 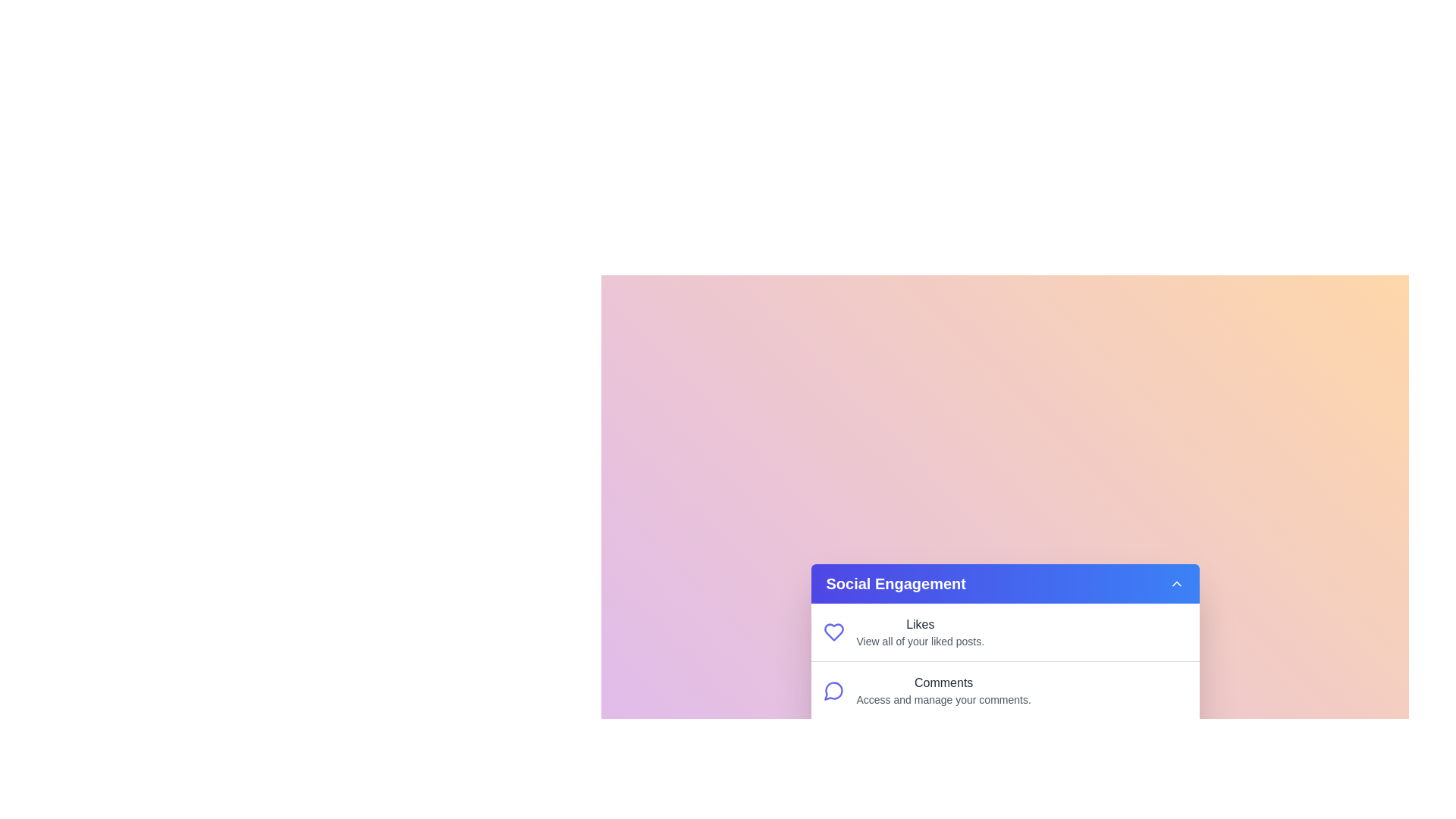 What do you see at coordinates (856, 616) in the screenshot?
I see `the menu item to highlight its description` at bounding box center [856, 616].